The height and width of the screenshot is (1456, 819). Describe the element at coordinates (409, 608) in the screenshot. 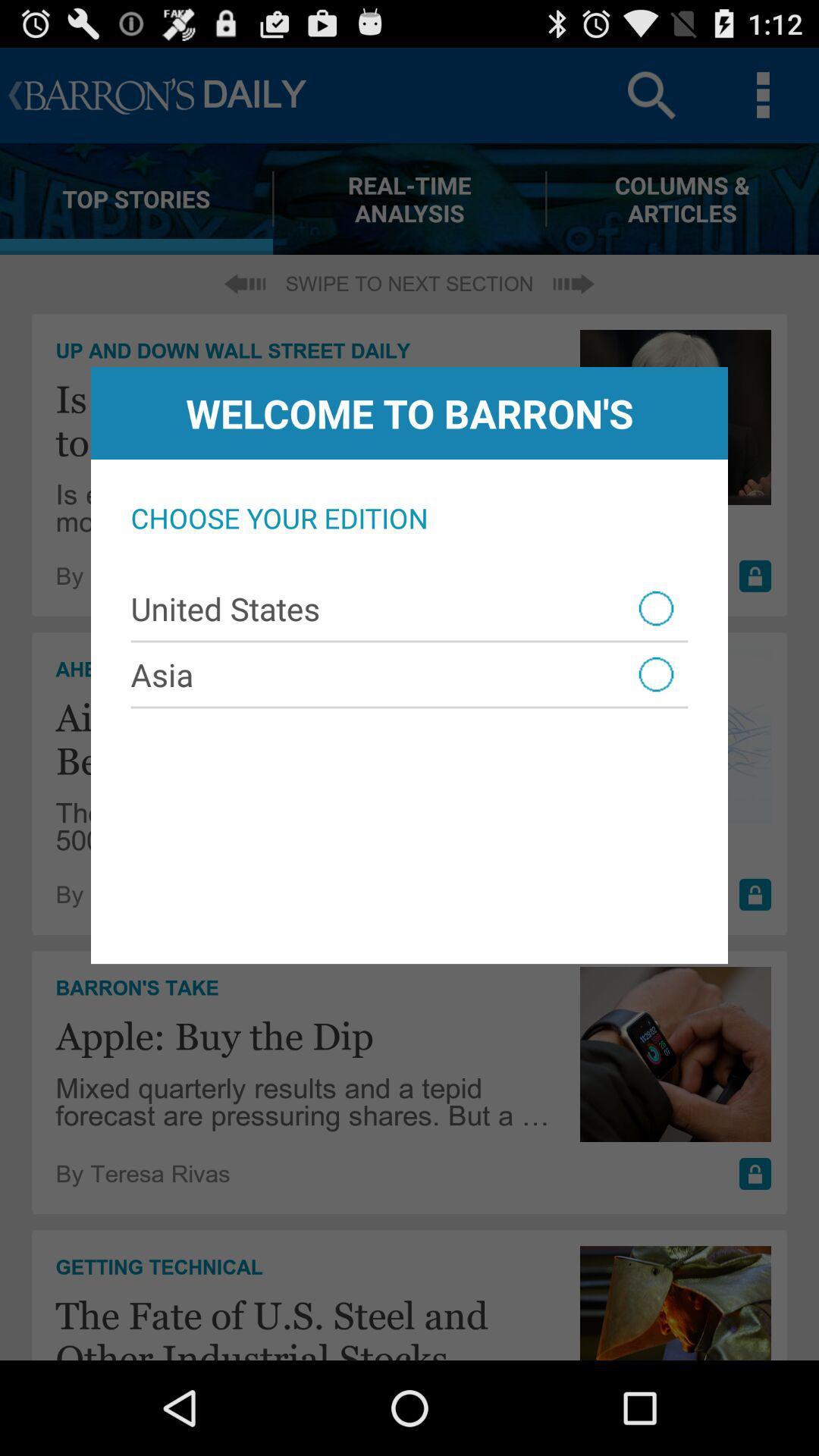

I see `the icon below the choose your edition icon` at that location.